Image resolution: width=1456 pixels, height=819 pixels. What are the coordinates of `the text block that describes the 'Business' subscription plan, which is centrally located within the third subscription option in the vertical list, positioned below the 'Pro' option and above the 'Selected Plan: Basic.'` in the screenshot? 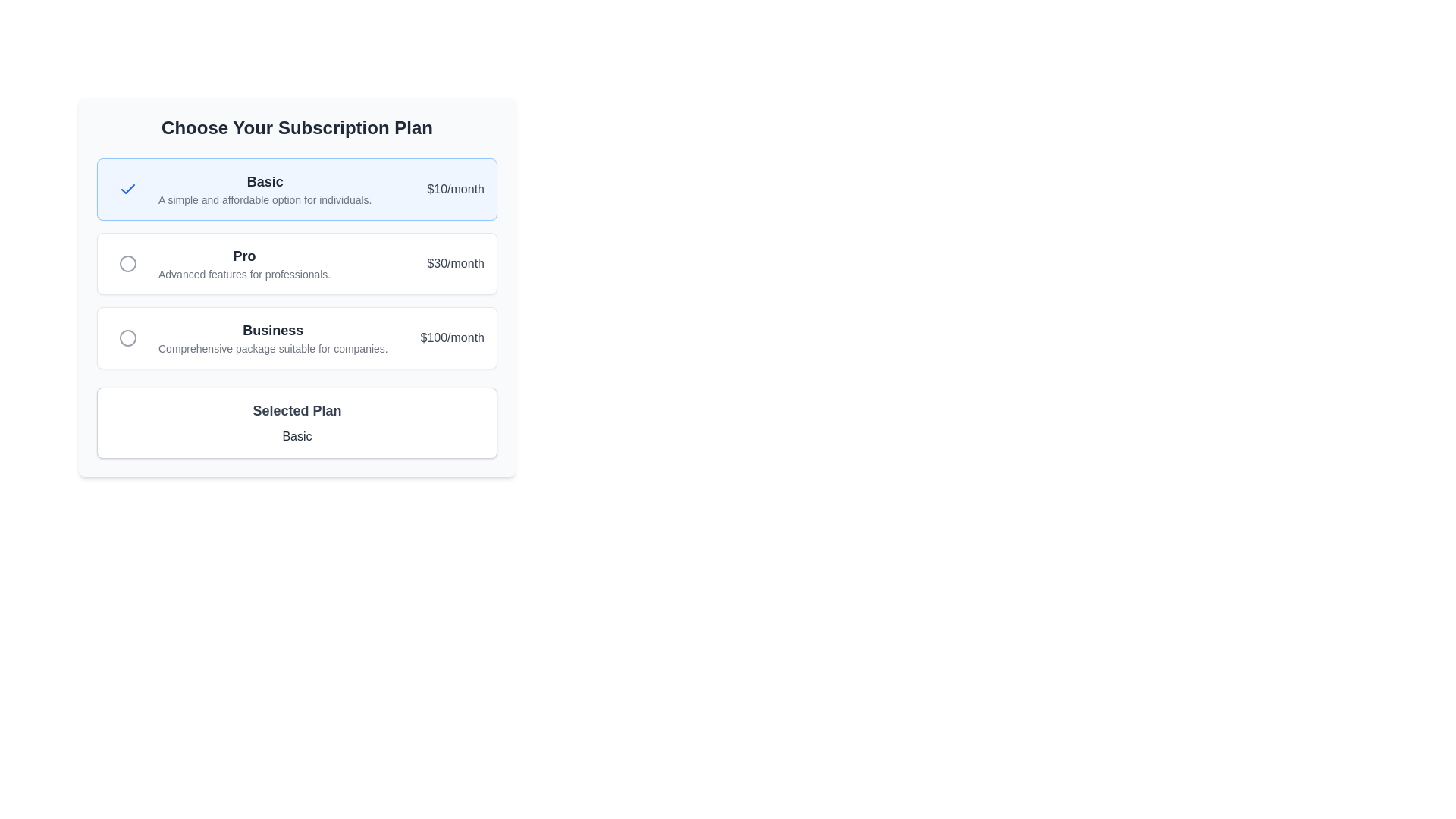 It's located at (273, 337).